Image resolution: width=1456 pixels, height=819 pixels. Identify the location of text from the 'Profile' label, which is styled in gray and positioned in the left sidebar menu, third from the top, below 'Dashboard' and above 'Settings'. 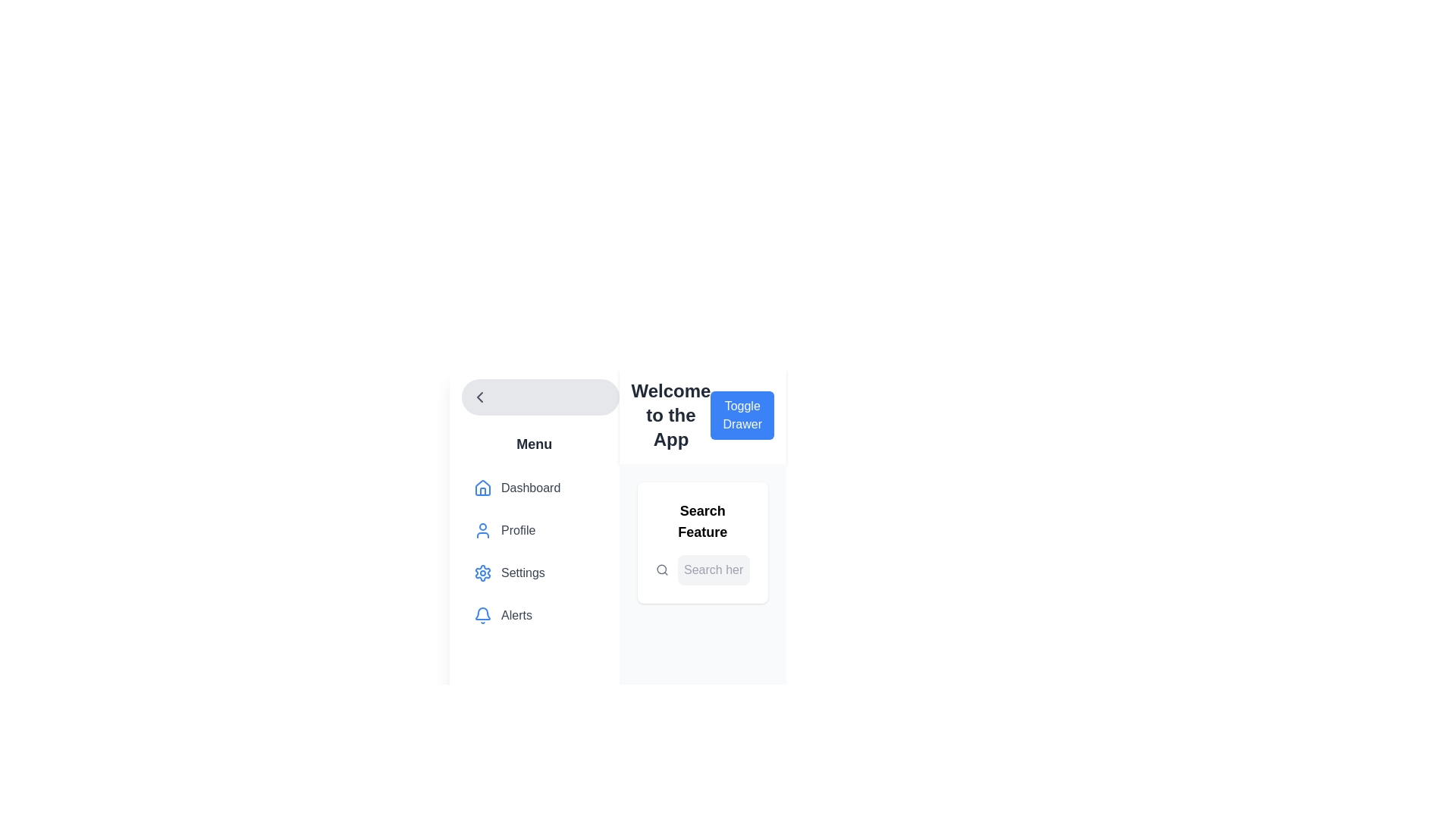
(518, 529).